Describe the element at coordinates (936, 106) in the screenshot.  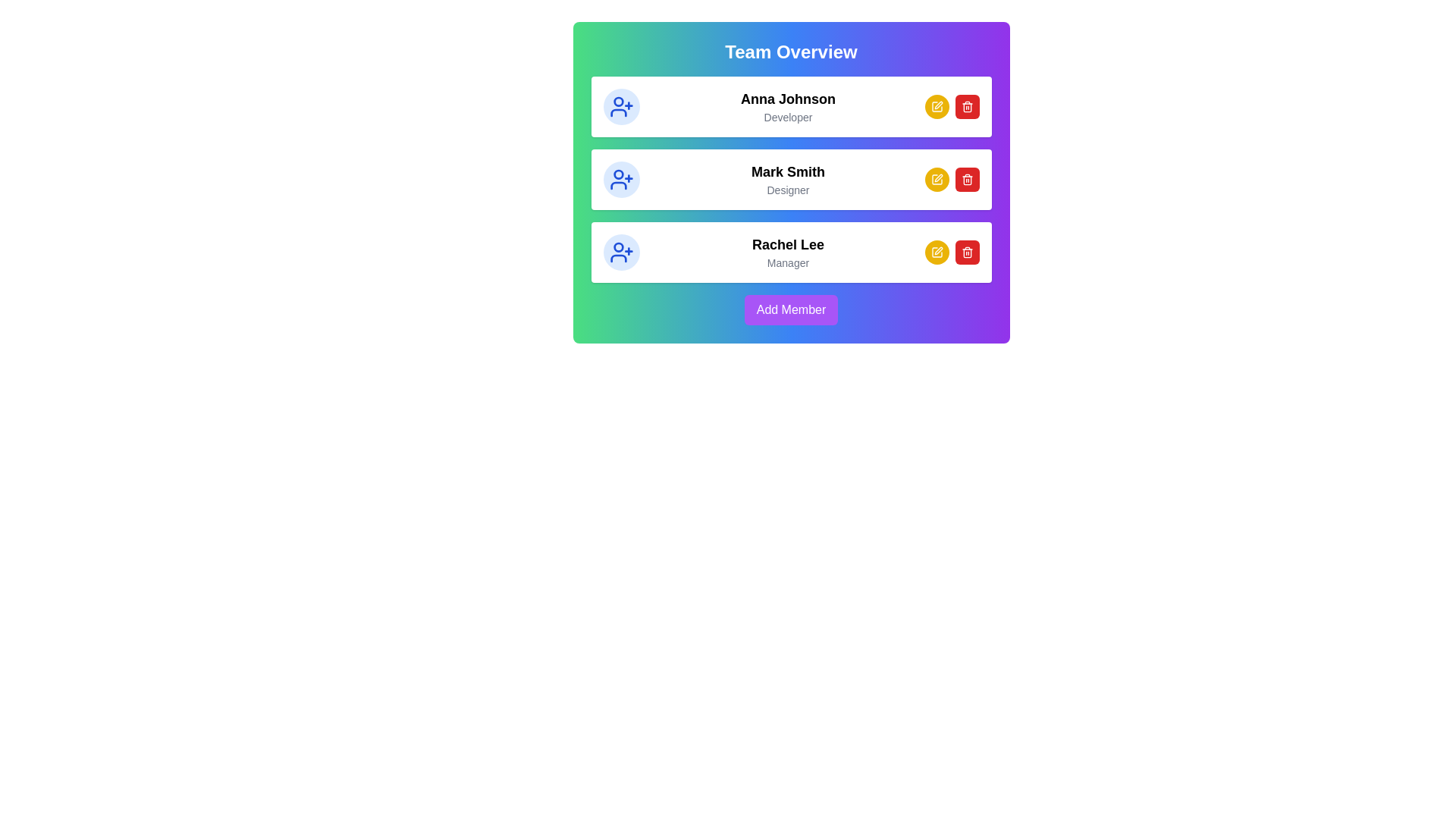
I see `the circular yellow button with a white pen icon located to the right of 'Anna Johnson' in the 'Team Overview' section` at that location.